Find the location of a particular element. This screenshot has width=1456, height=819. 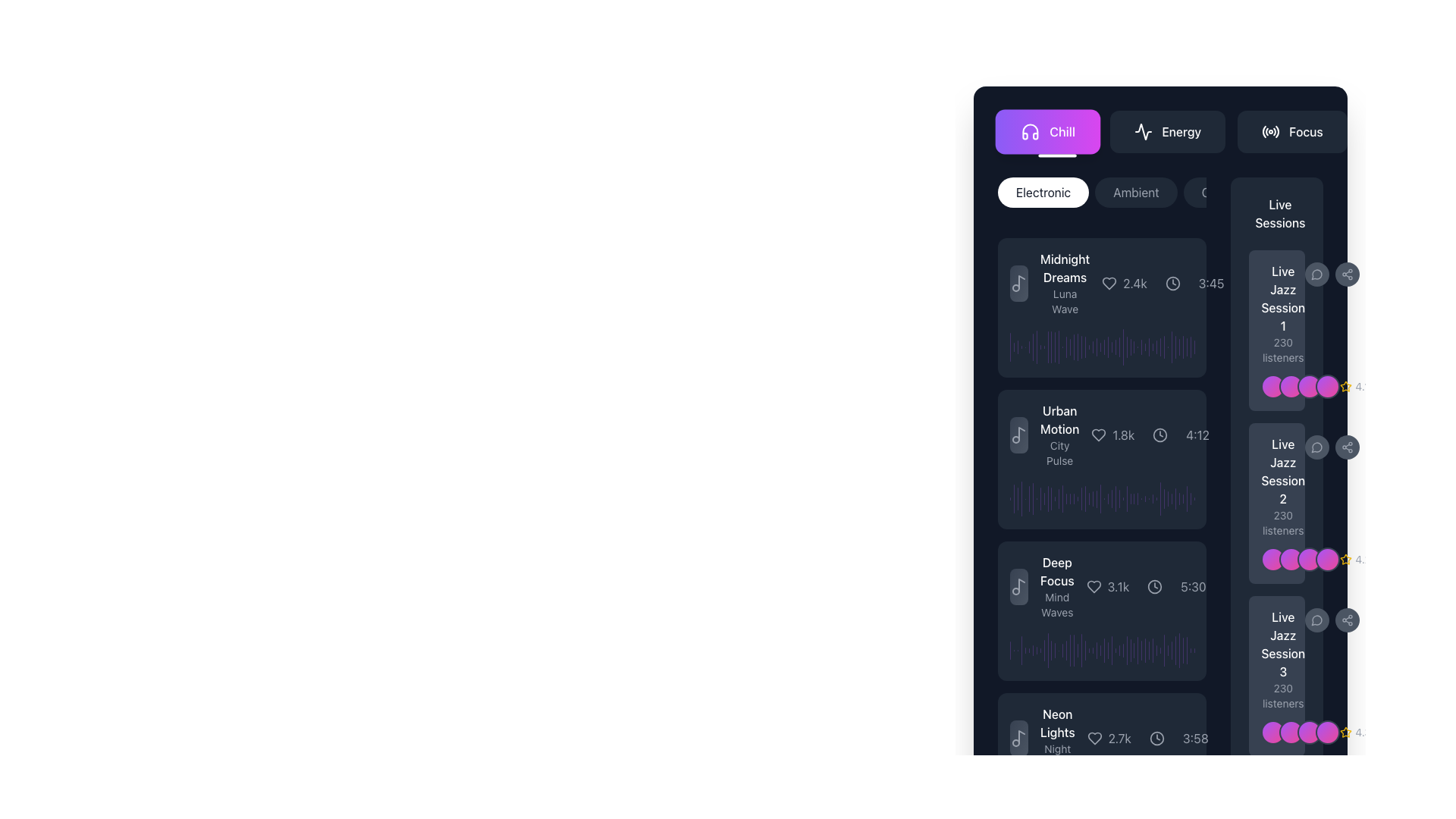

the 18th visual indicator bar in the horizontal group of bars located at the center-right section of the display is located at coordinates (1073, 347).